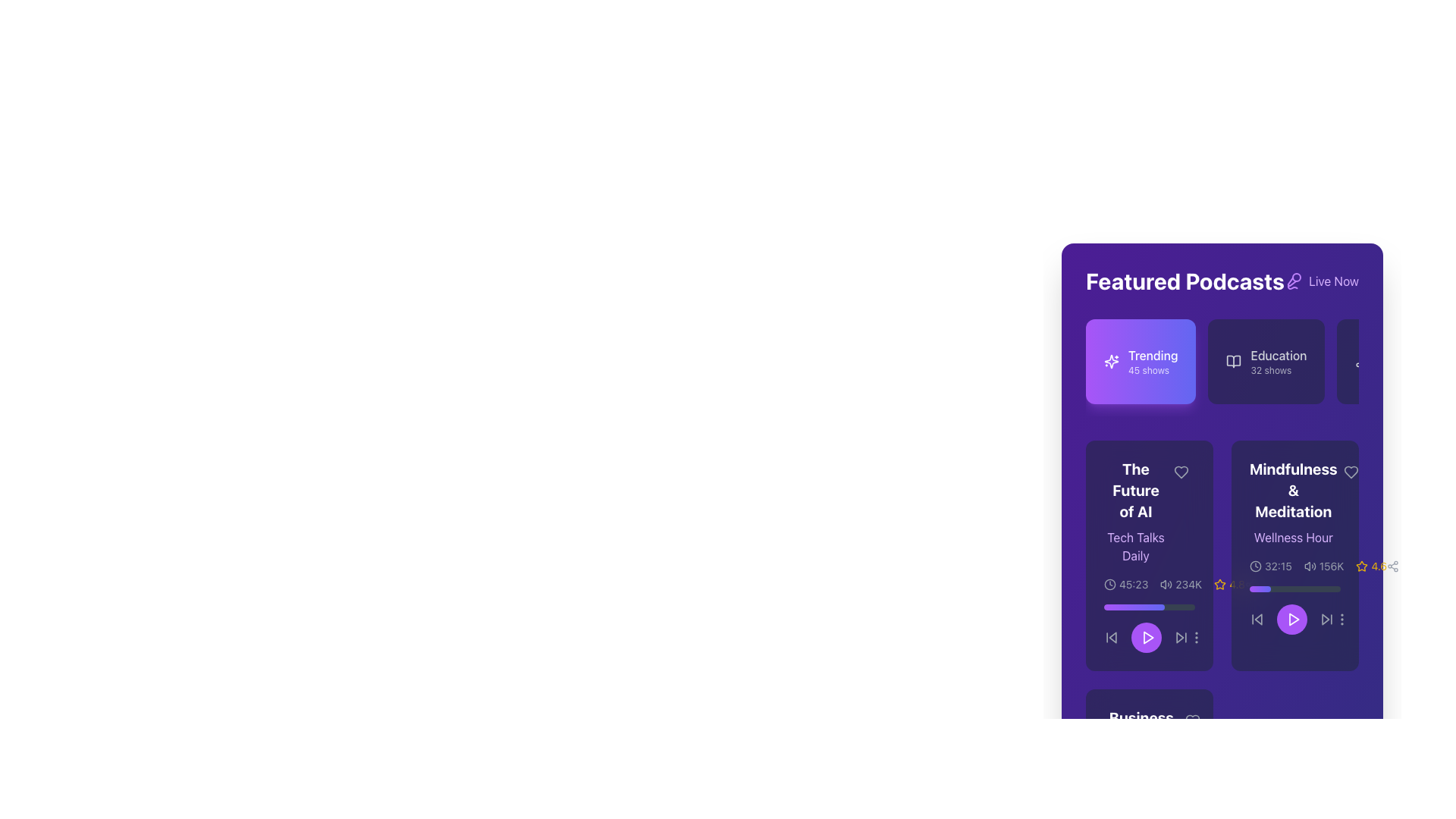  What do you see at coordinates (1181, 472) in the screenshot?
I see `the heart icon located within the circular button in the top-right corner of the 'The Future of AI' card to trigger hover effects` at bounding box center [1181, 472].